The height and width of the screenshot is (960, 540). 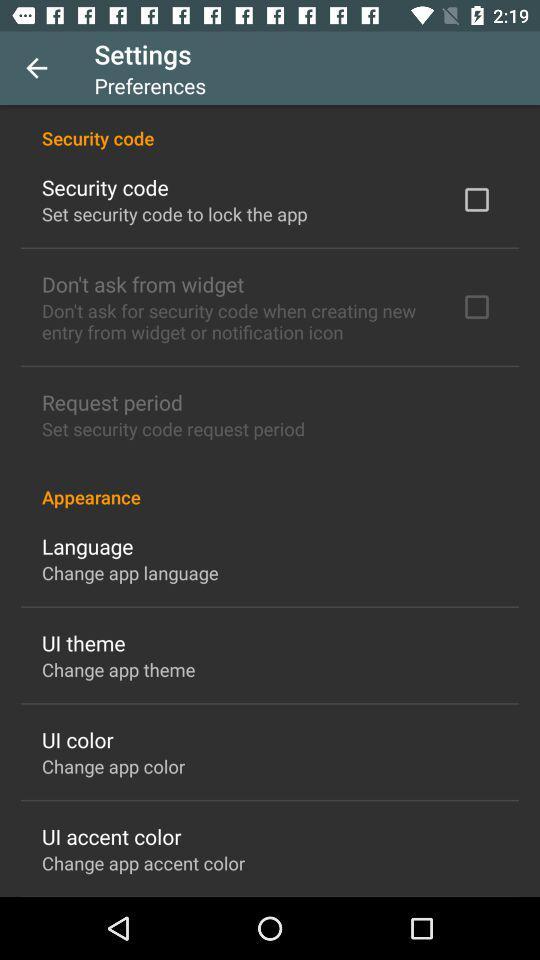 I want to click on the appearance item, so click(x=270, y=485).